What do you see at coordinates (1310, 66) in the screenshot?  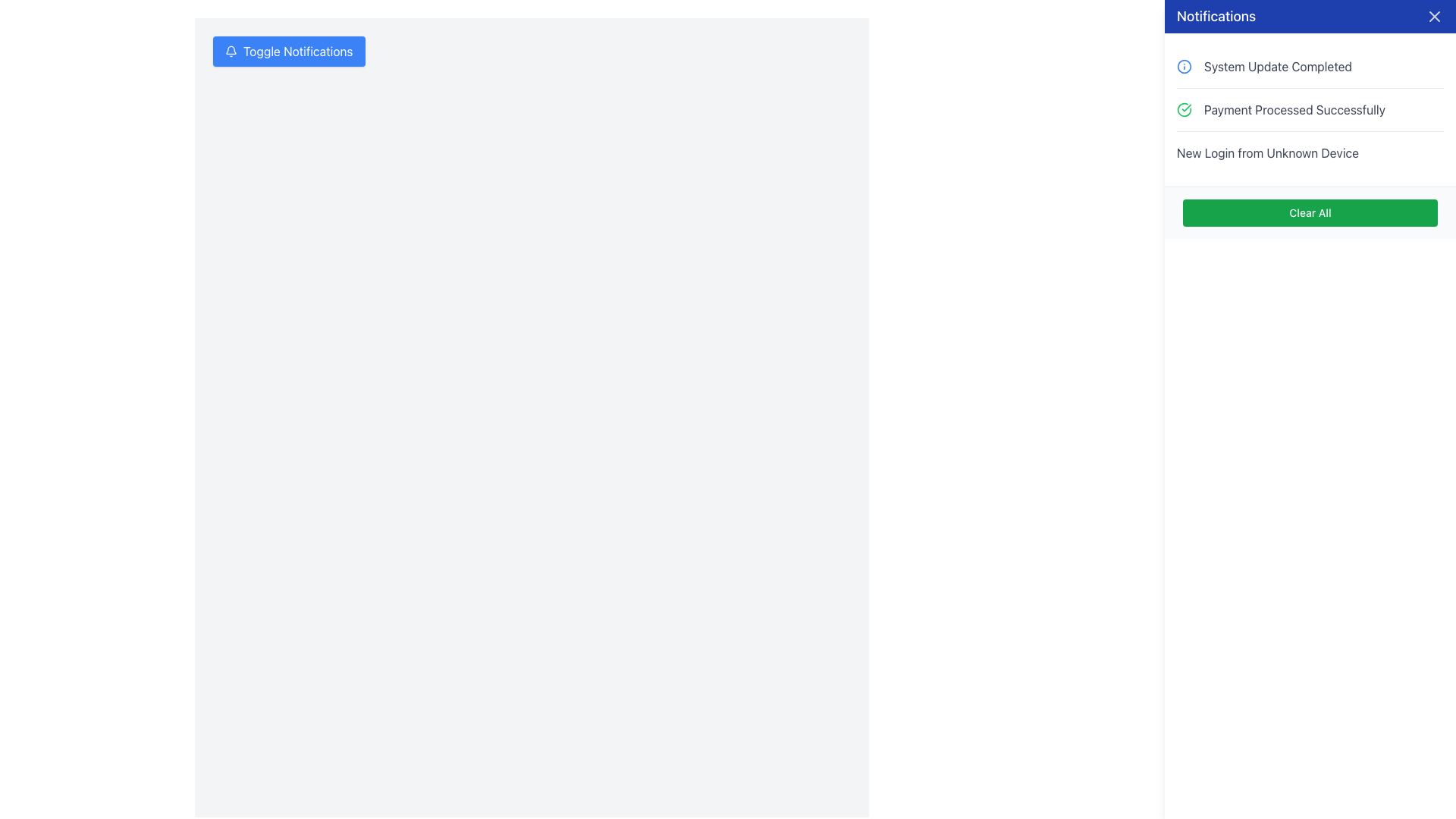 I see `the first notification item in the sidebar that displays the message 'System Update Completed' with an information icon` at bounding box center [1310, 66].